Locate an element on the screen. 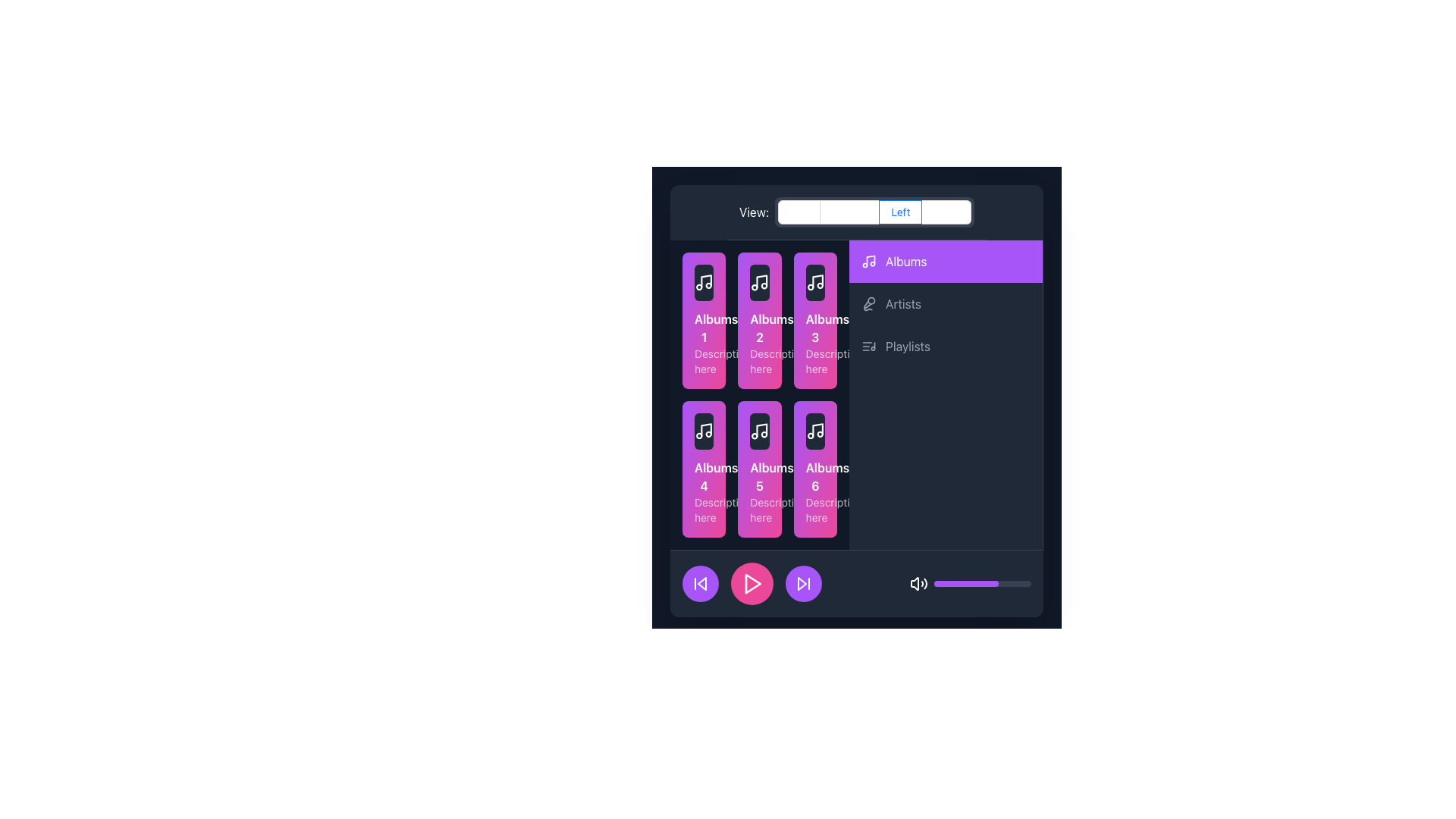 The image size is (1456, 819). the album cover placeholder icon located inside the last card labeled 'Albums 6' in the 'Albums' section is located at coordinates (814, 431).